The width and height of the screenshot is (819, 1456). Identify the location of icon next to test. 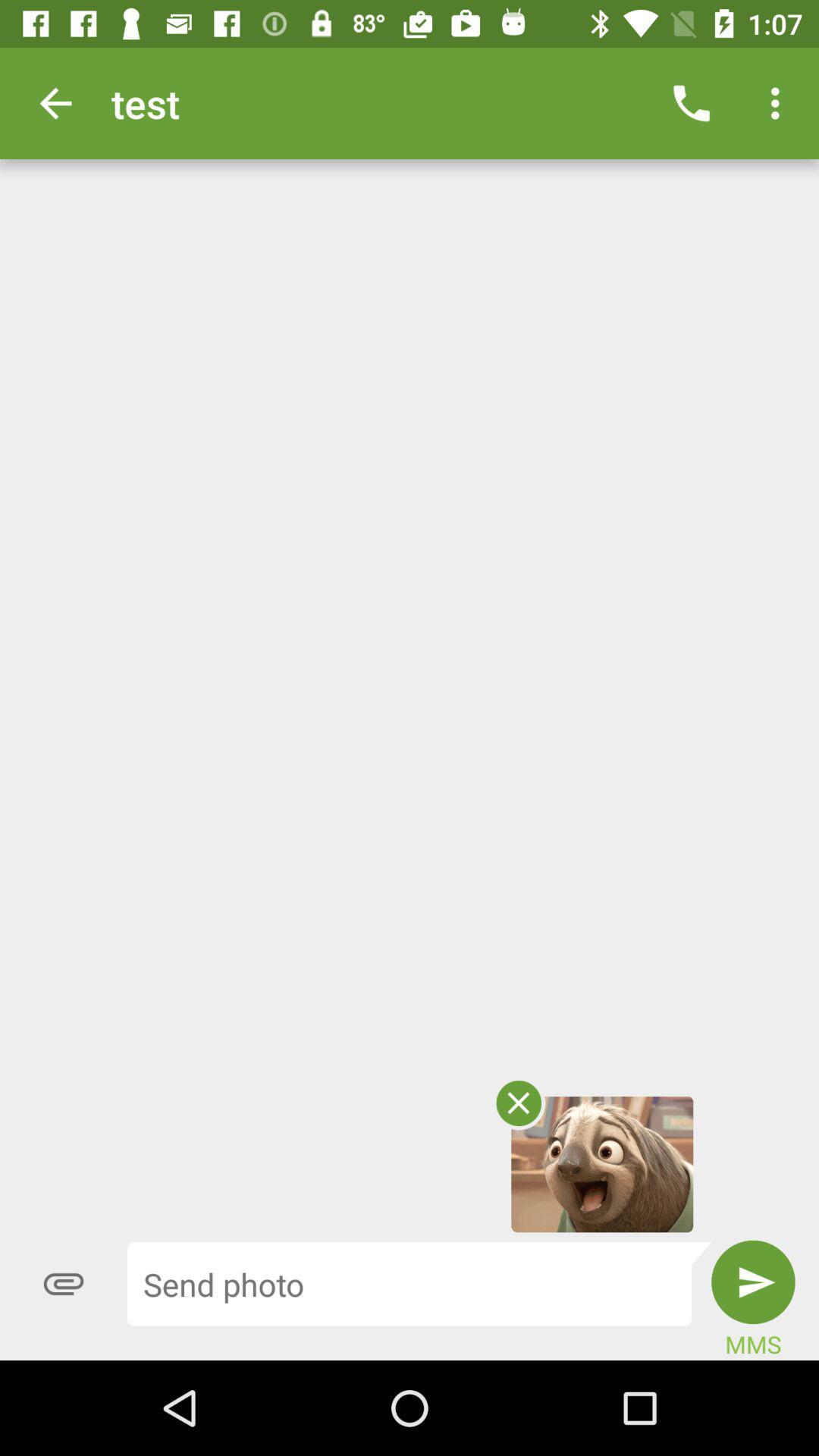
(55, 102).